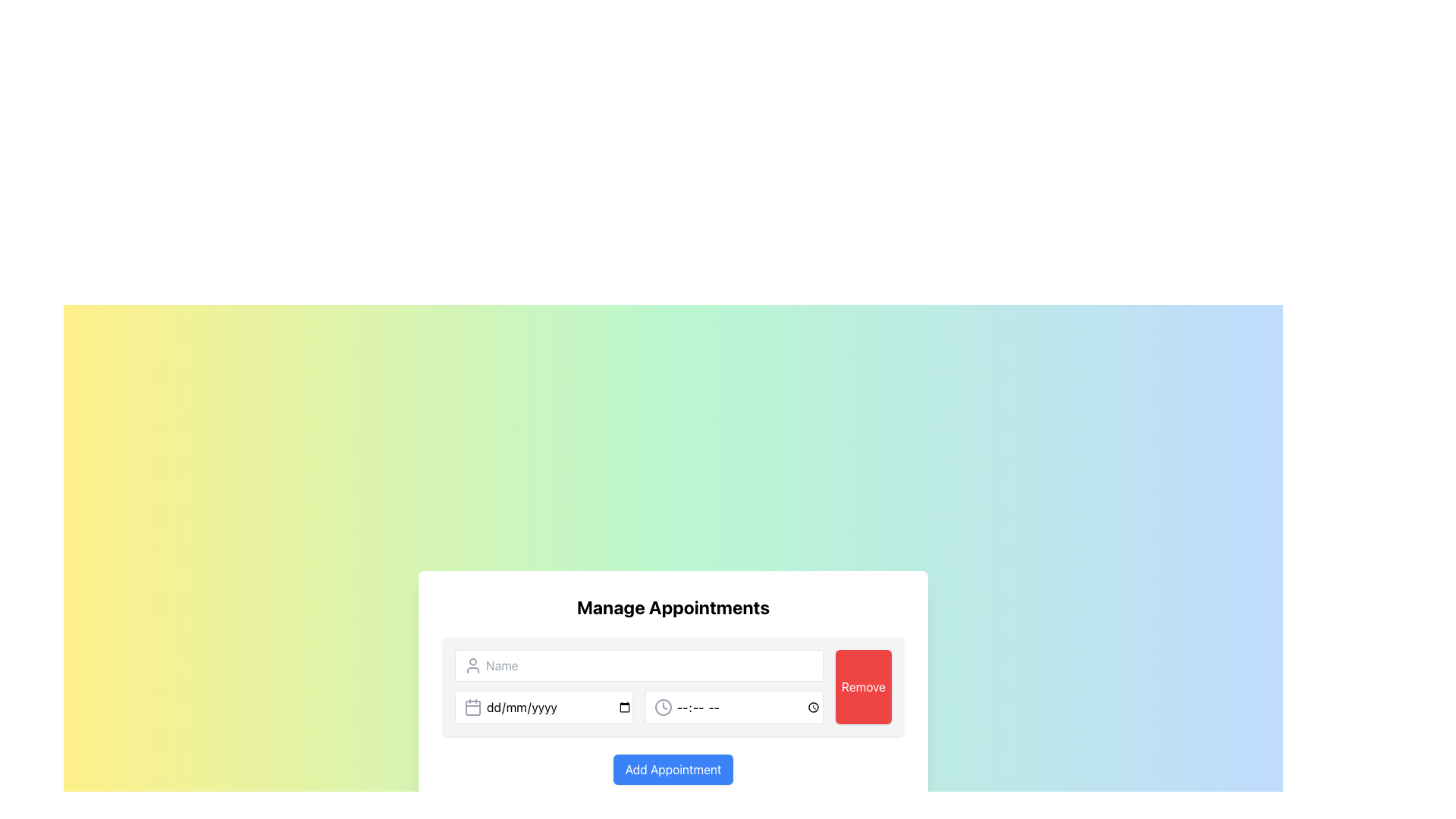 The image size is (1456, 819). What do you see at coordinates (544, 708) in the screenshot?
I see `a date from the calendar popup by clicking on the date input field, which has a placeholder text 'dd/mm/yyyy' and is positioned in the left column of a form UI` at bounding box center [544, 708].